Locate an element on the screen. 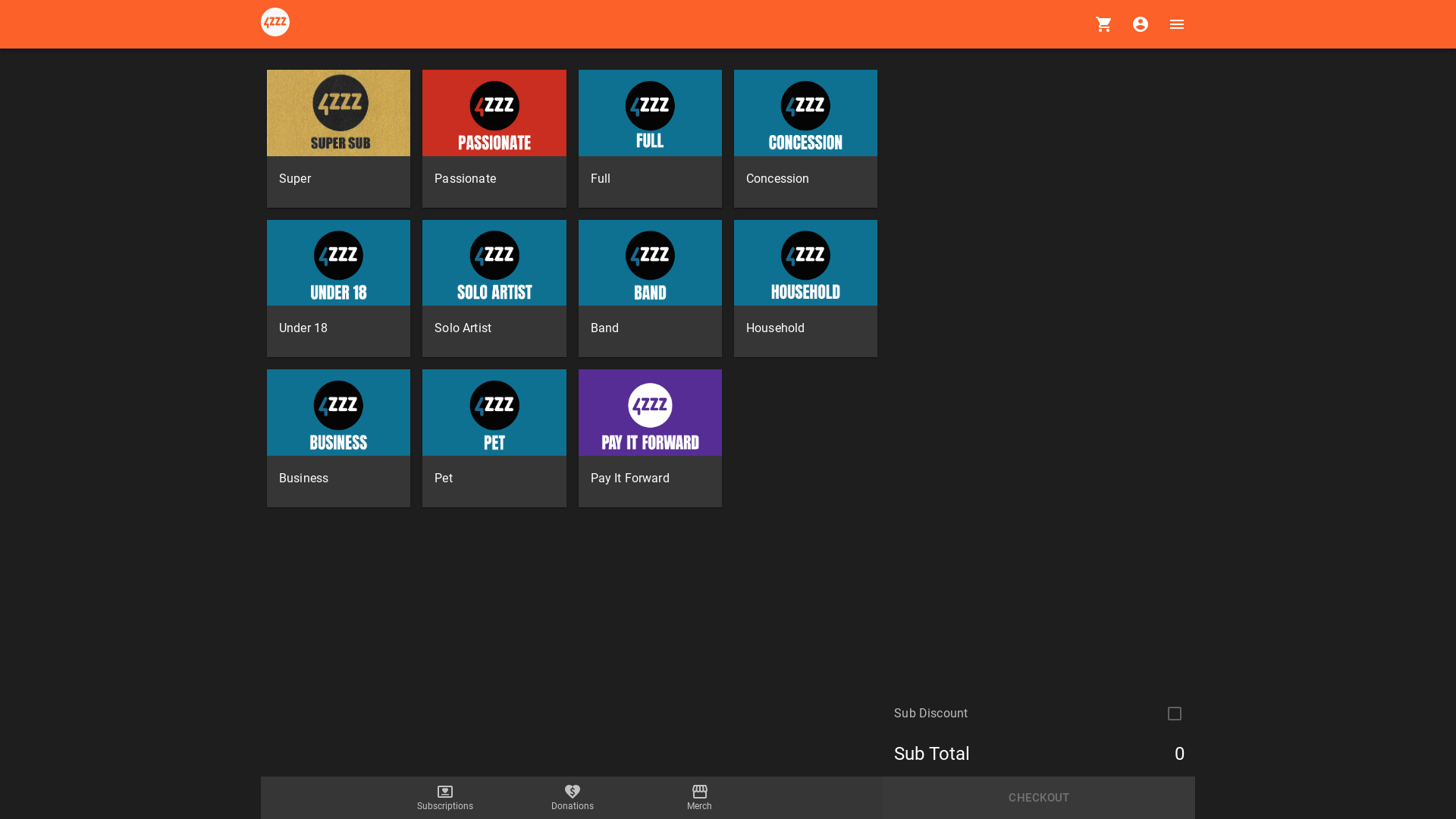  'Account' is located at coordinates (1140, 24).